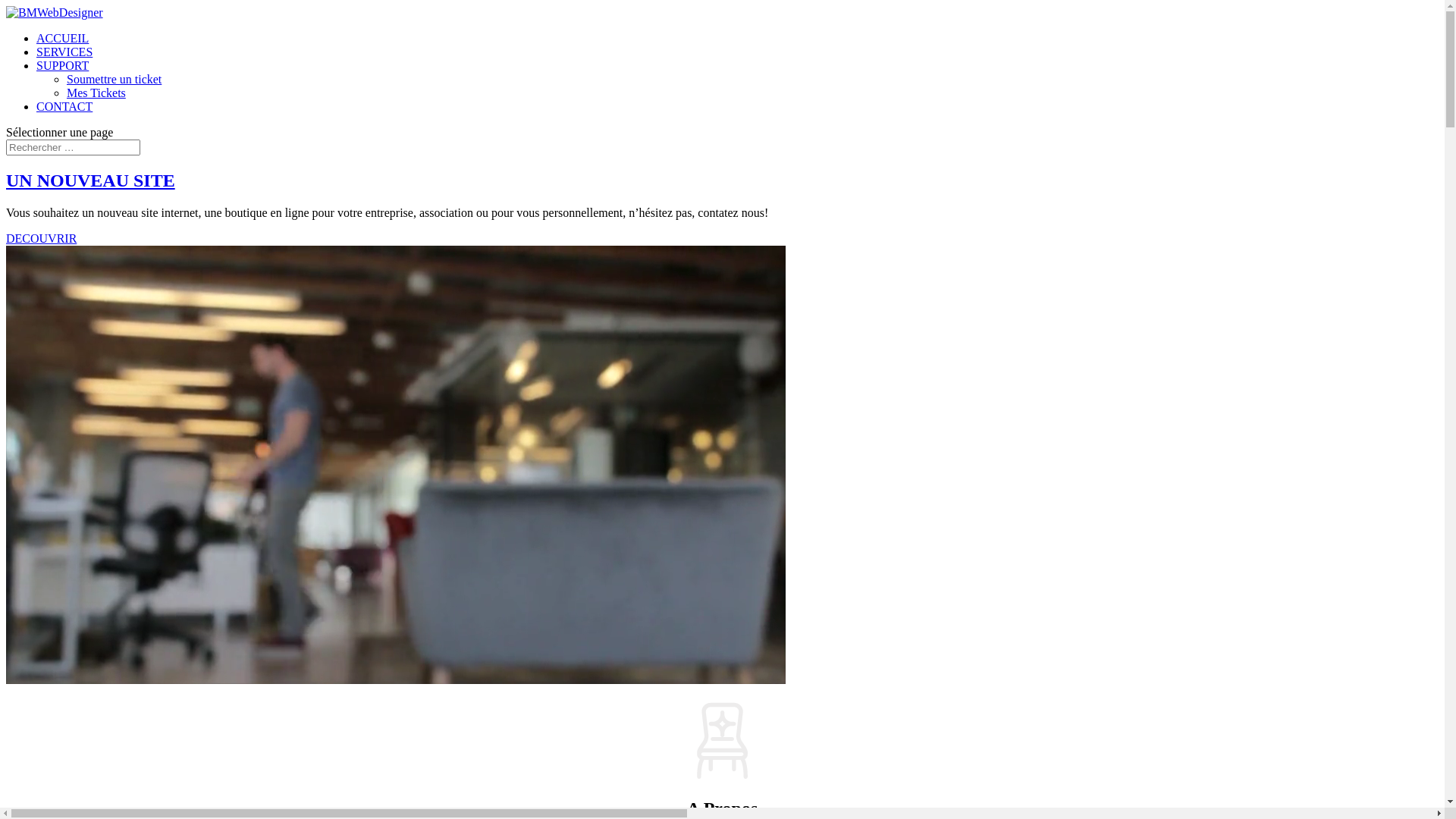  Describe the element at coordinates (89, 180) in the screenshot. I see `'UN NOUVEAU SITE'` at that location.